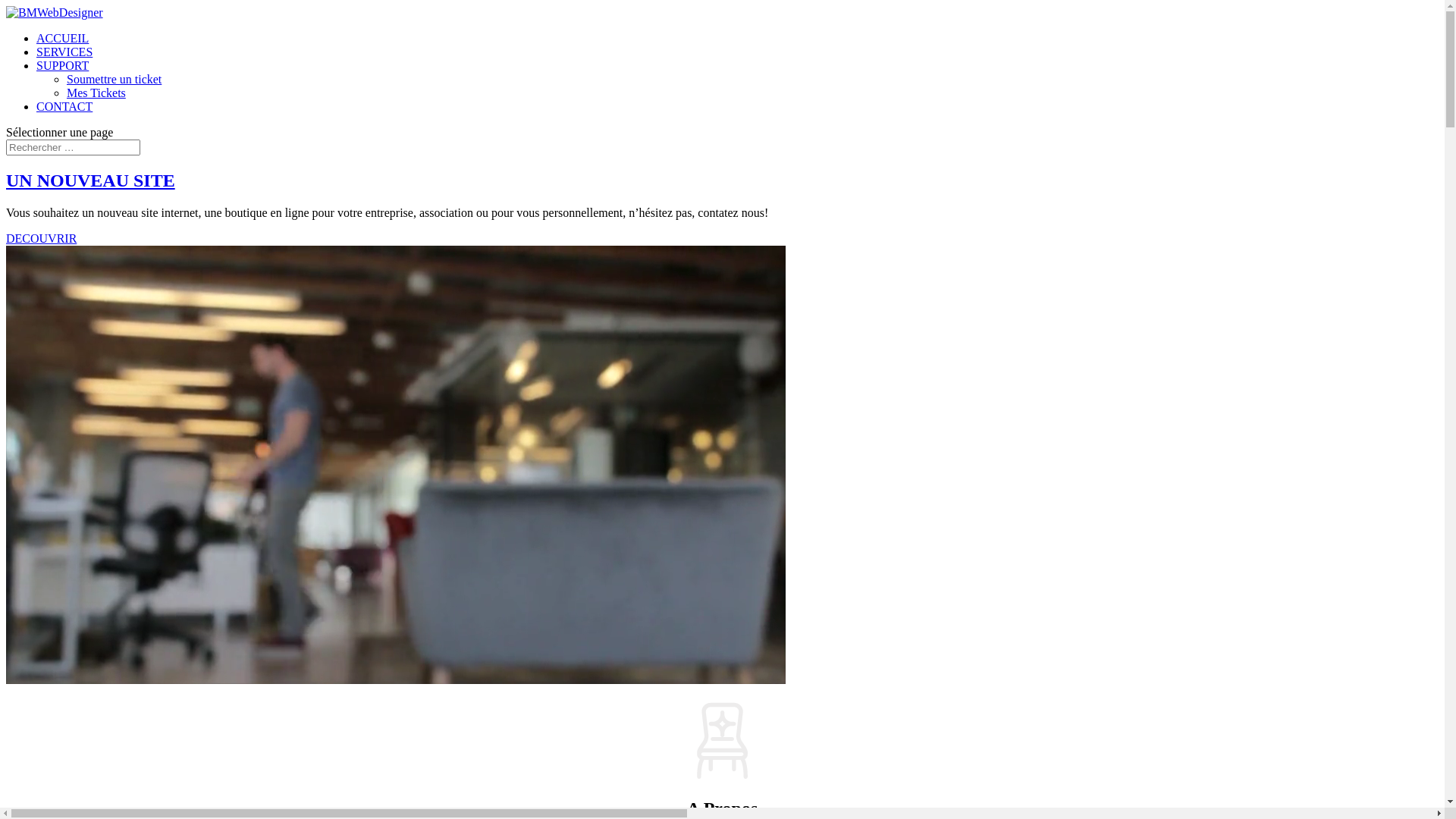  Describe the element at coordinates (89, 180) in the screenshot. I see `'UN NOUVEAU SITE'` at that location.